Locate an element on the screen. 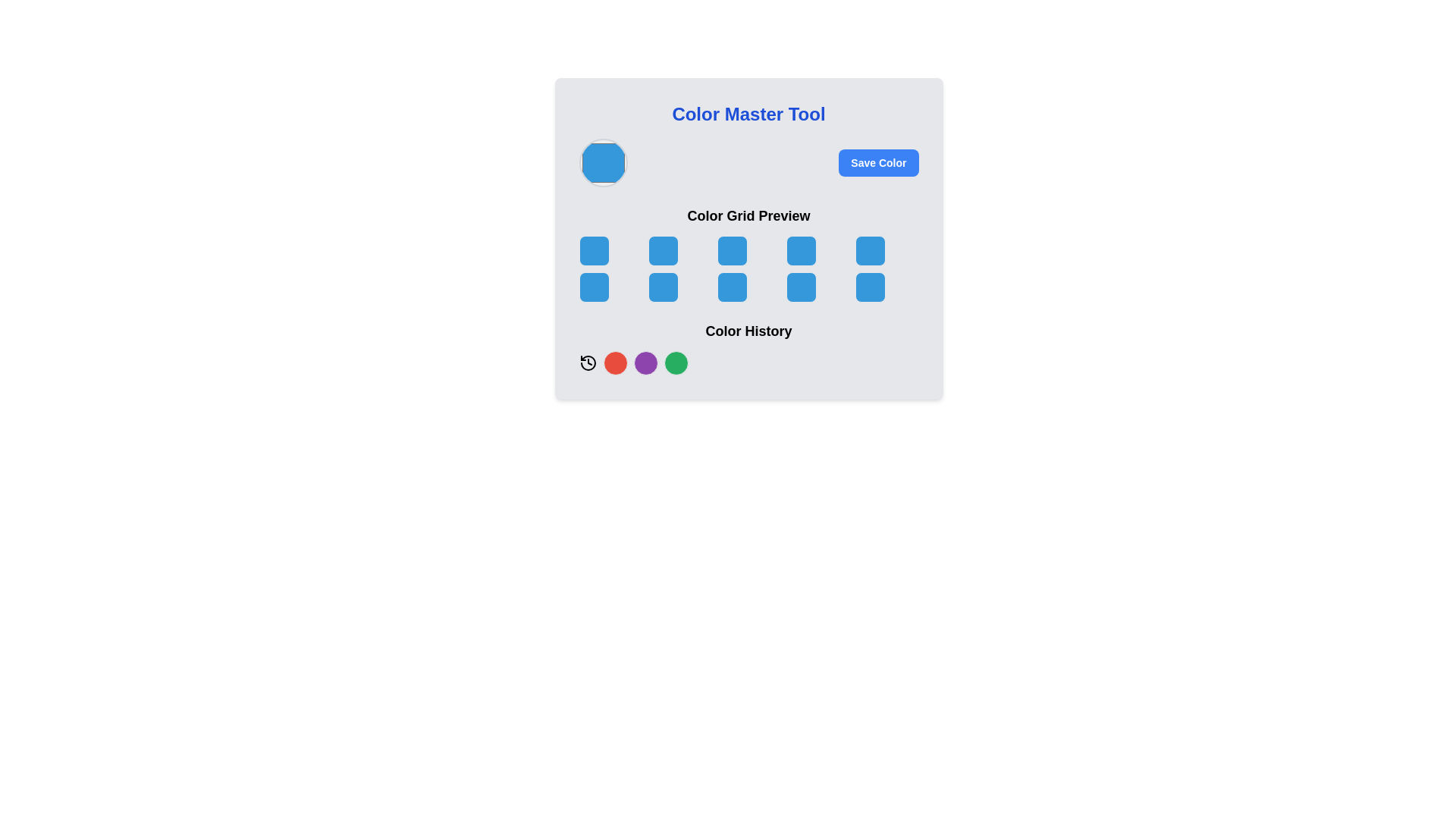 This screenshot has height=819, width=1456. the third square in the second row of the 5-by-2 grid layout, which is a blue box with rounded corners and a border, located in the 'Color Grid Preview' section is located at coordinates (732, 287).